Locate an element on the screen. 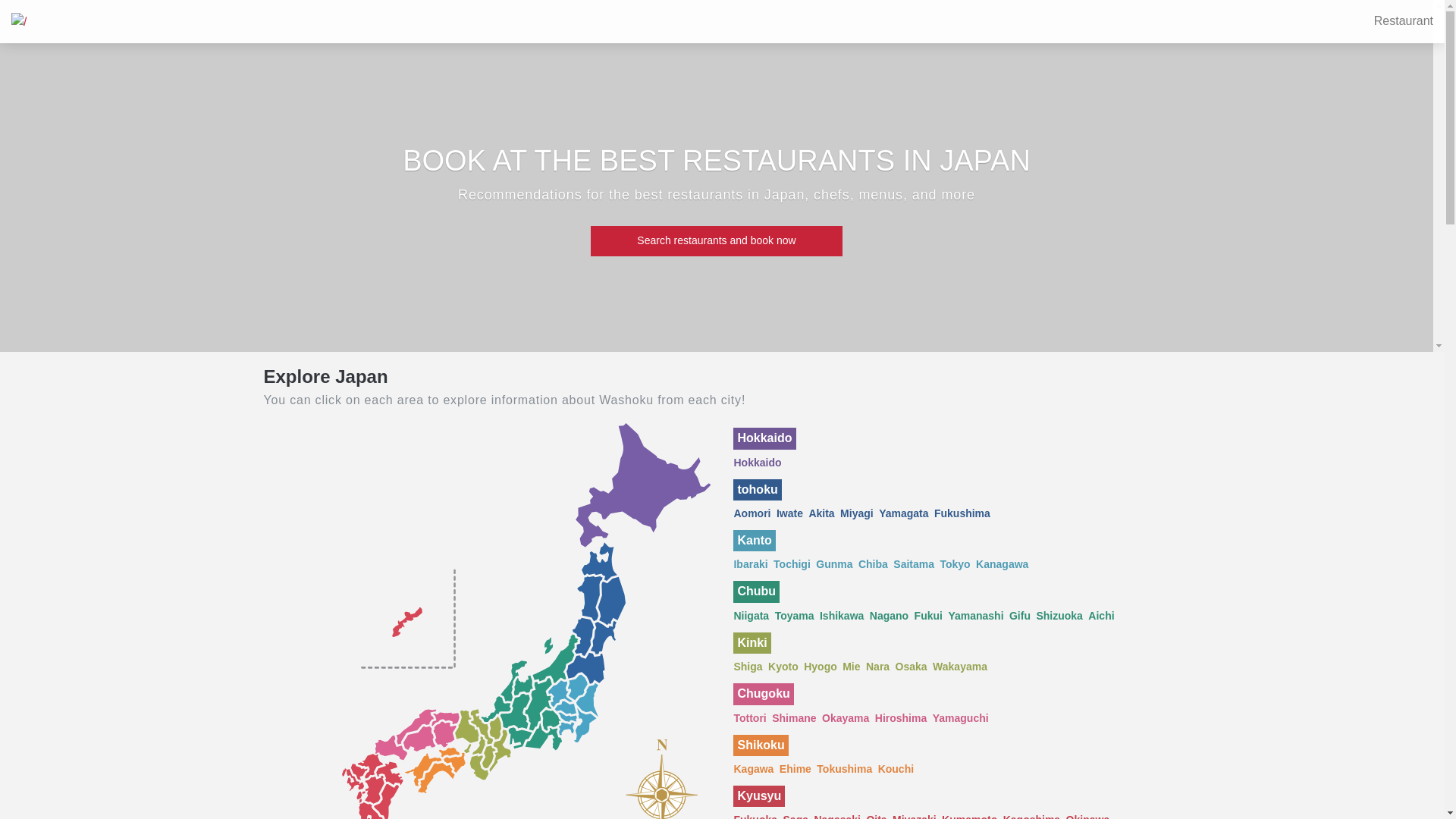  'Ibaraki' is located at coordinates (750, 564).